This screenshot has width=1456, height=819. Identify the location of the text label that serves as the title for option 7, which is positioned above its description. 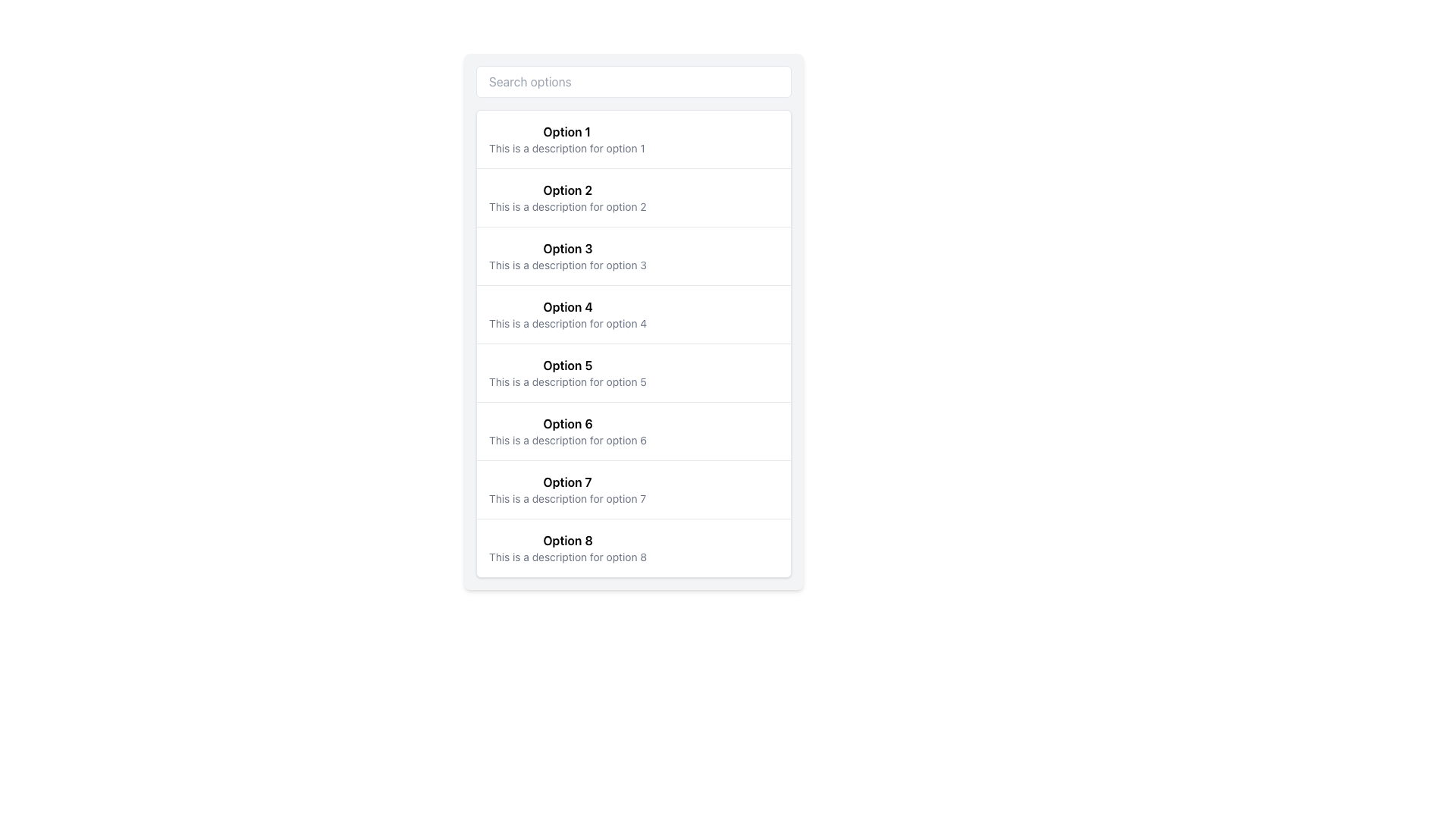
(566, 482).